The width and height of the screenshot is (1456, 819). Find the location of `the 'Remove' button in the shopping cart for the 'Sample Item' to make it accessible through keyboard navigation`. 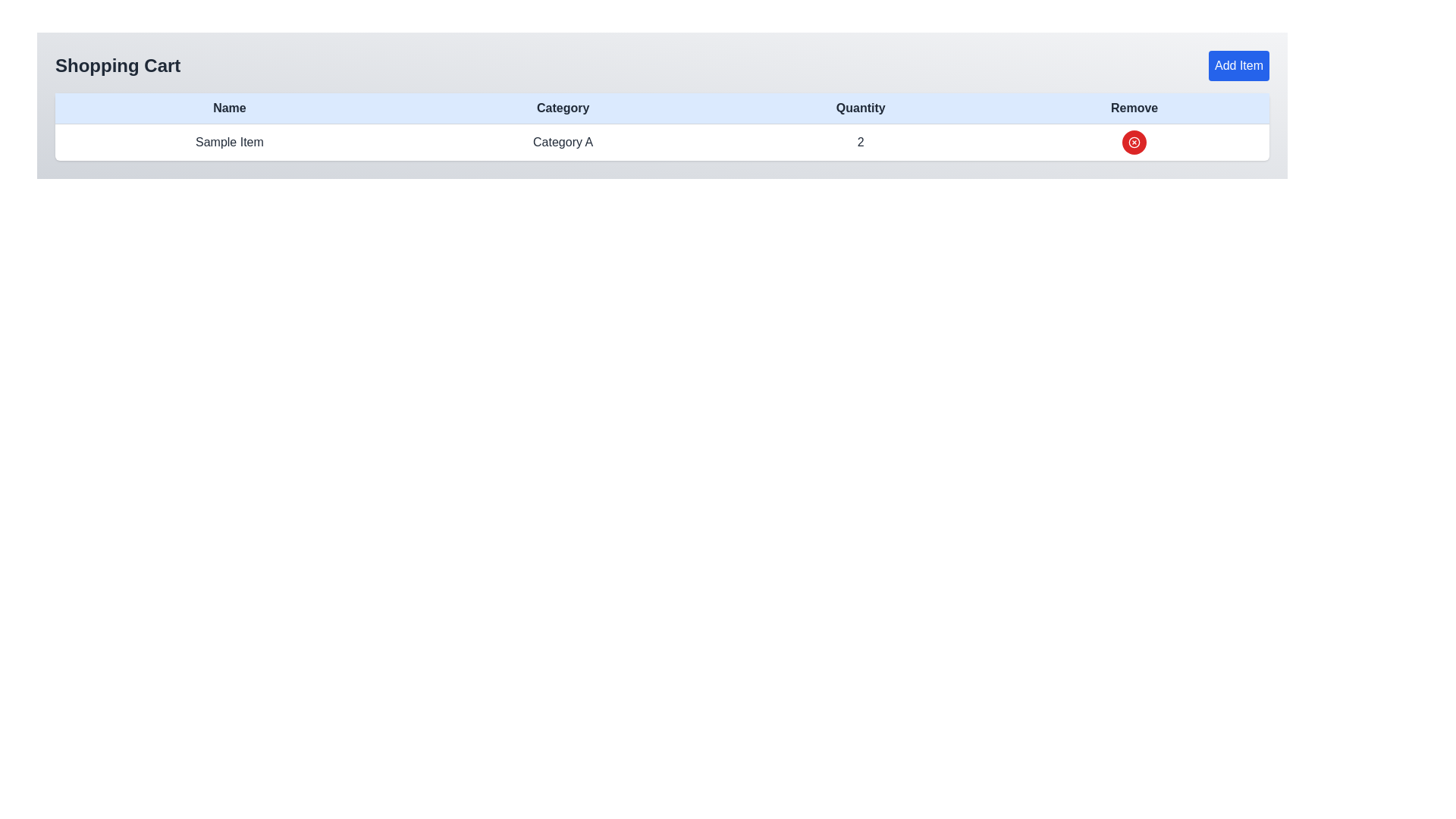

the 'Remove' button in the shopping cart for the 'Sample Item' to make it accessible through keyboard navigation is located at coordinates (1134, 143).